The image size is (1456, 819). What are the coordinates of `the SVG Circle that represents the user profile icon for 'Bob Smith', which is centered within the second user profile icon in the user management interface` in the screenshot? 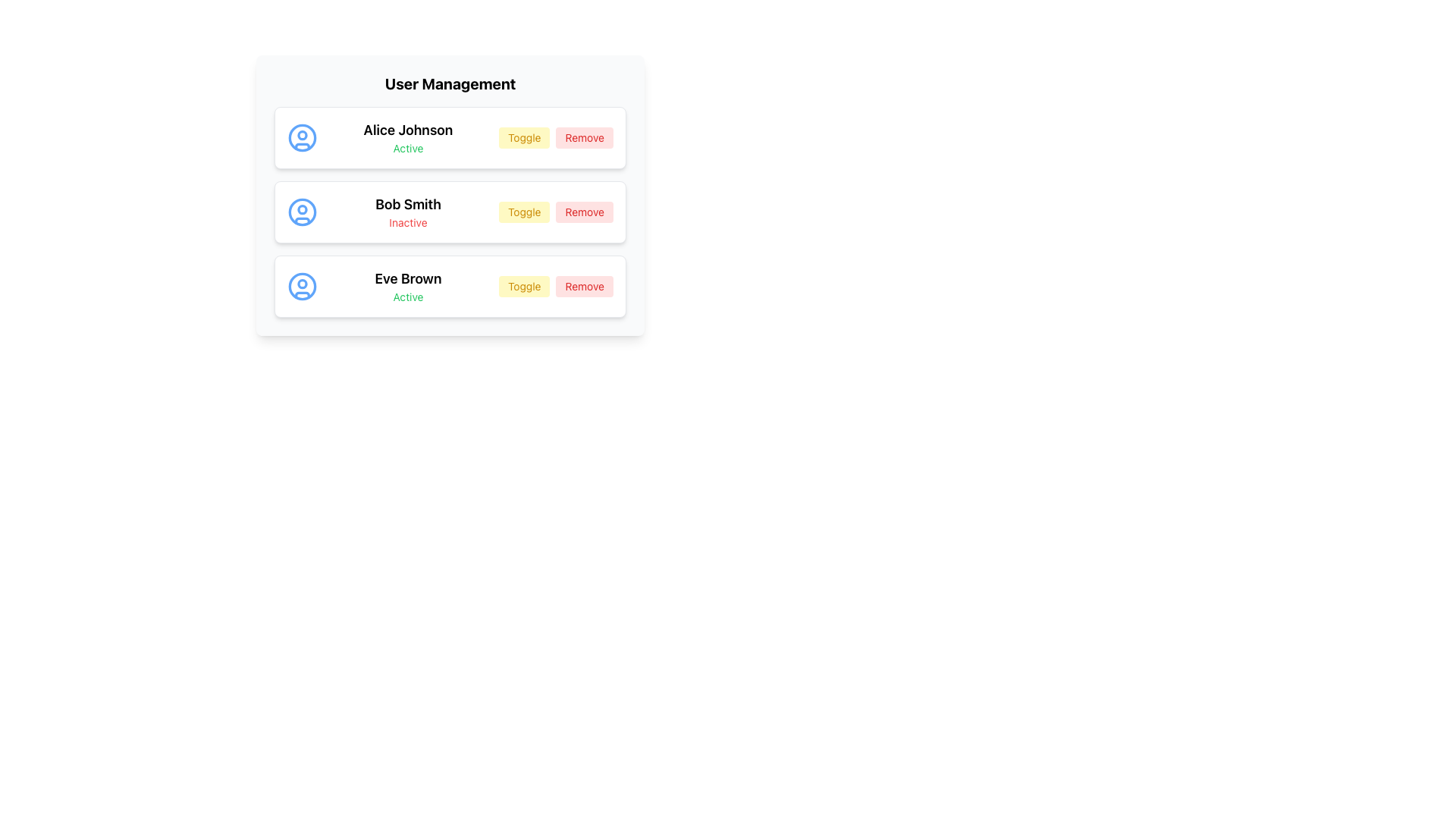 It's located at (302, 209).